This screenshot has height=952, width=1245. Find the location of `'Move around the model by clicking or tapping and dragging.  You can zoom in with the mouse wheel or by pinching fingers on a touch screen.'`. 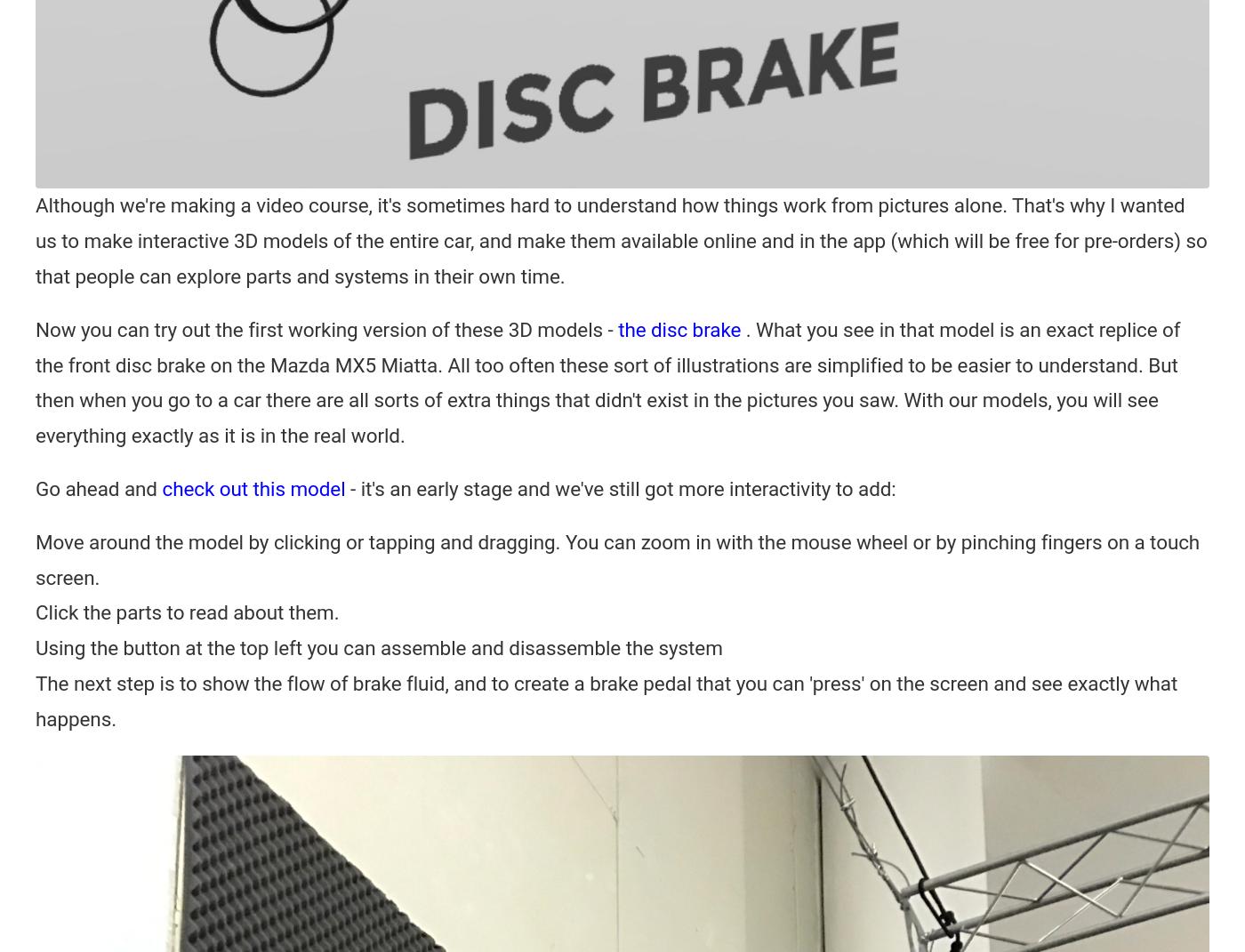

'Move around the model by clicking or tapping and dragging.  You can zoom in with the mouse wheel or by pinching fingers on a touch screen.' is located at coordinates (36, 557).